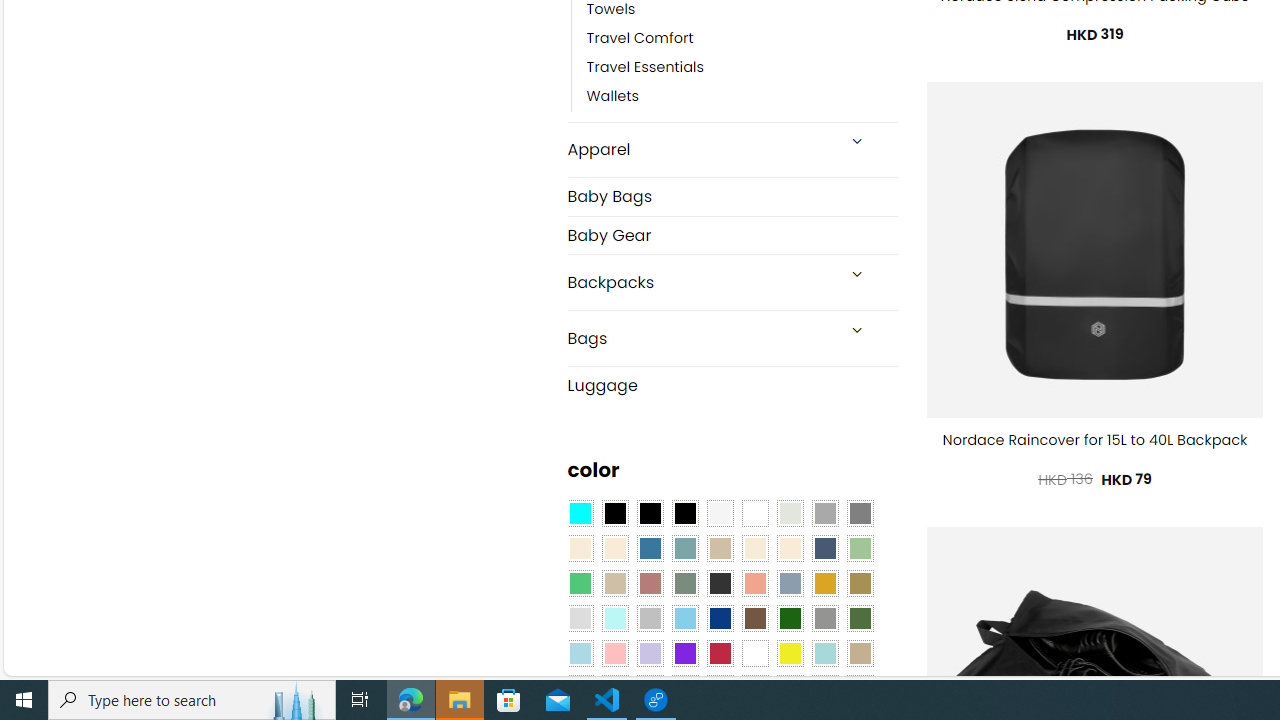  What do you see at coordinates (578, 653) in the screenshot?
I see `'Light Blue'` at bounding box center [578, 653].